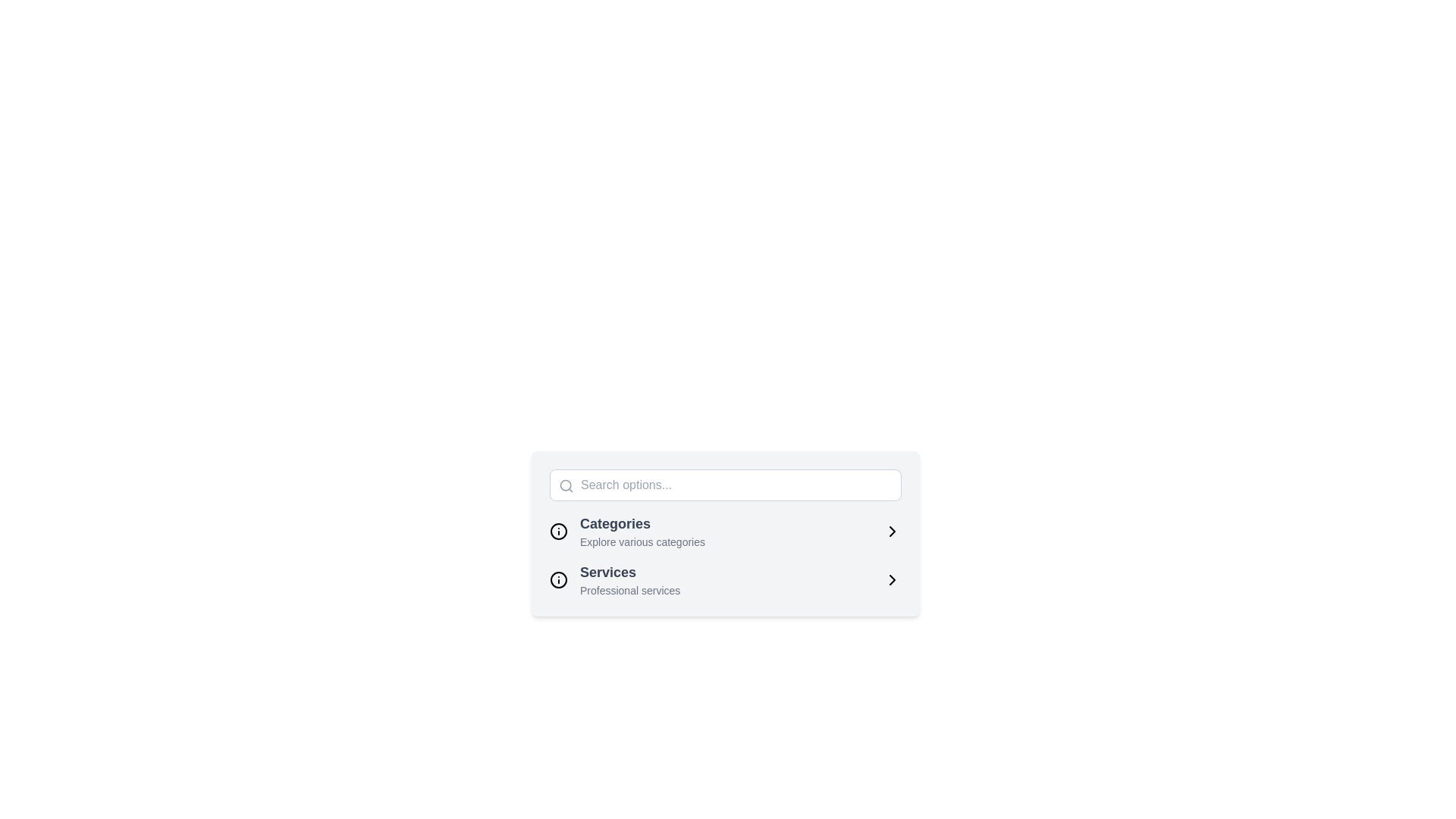  What do you see at coordinates (558, 531) in the screenshot?
I see `the information icon, which is a monochrome circle with a lowercase 'i' in the center, located to the left of the 'Categories' heading` at bounding box center [558, 531].